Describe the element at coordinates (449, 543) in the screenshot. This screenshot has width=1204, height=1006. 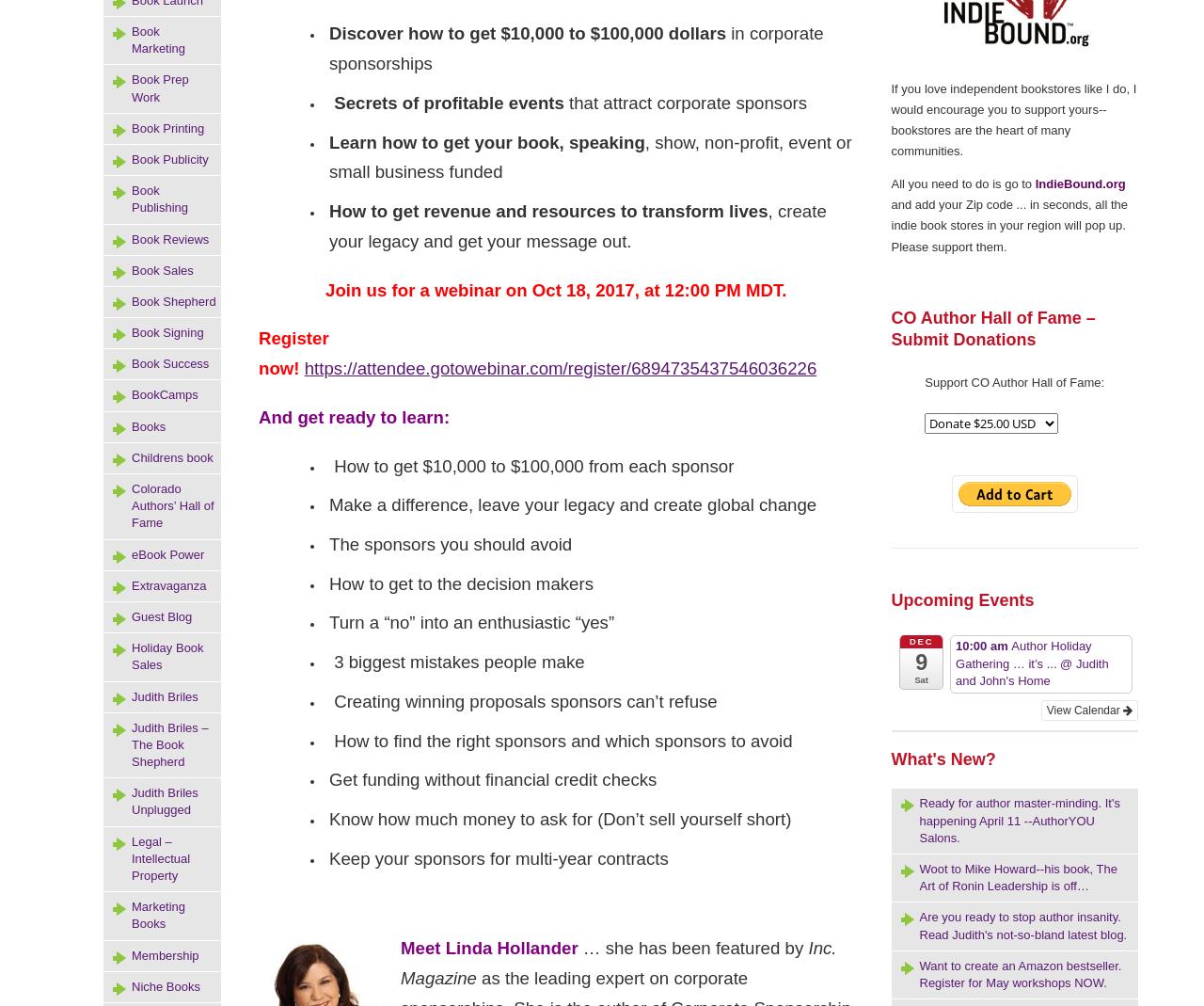
I see `'The sponsors you should avoid'` at that location.